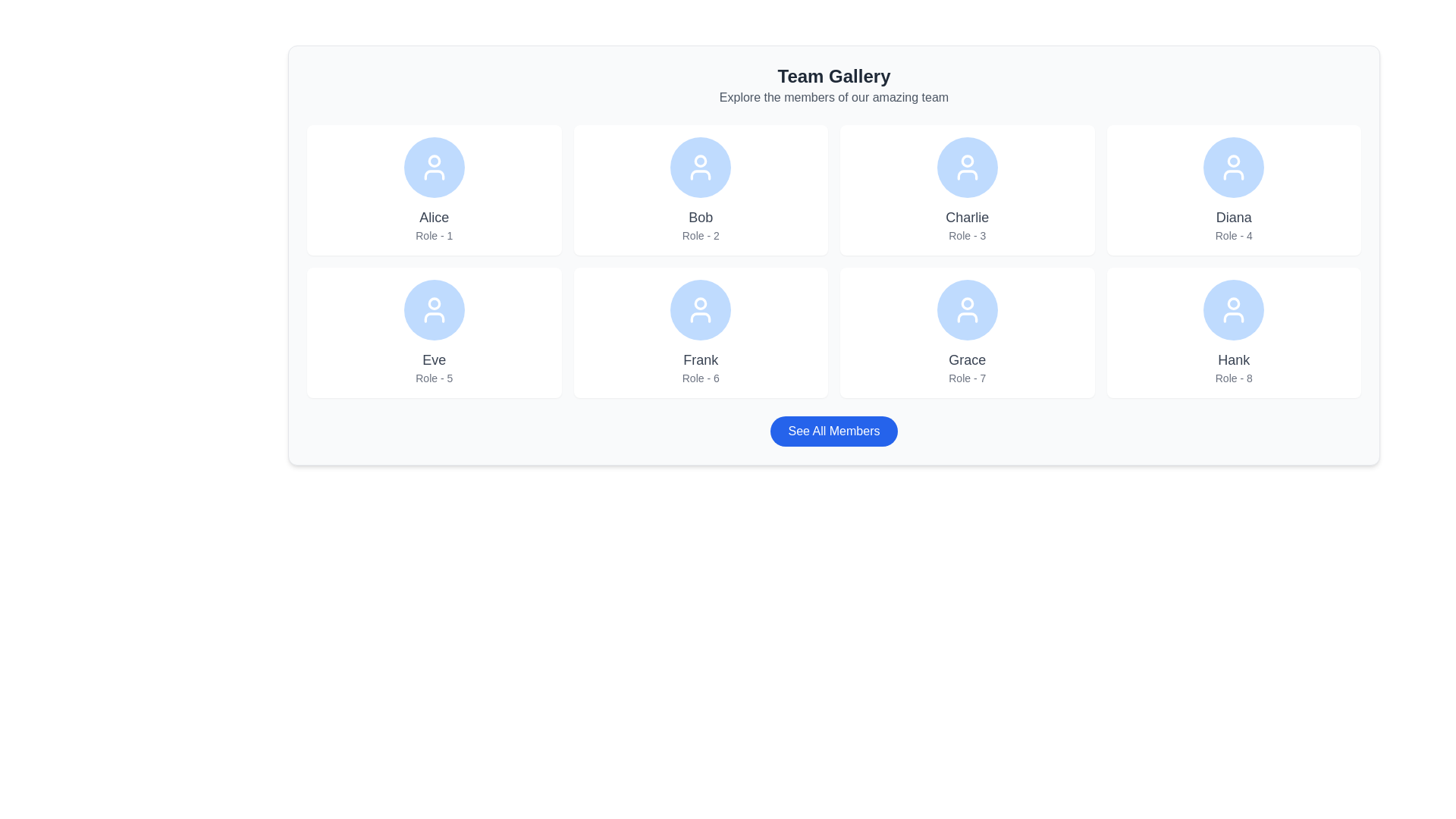 This screenshot has height=819, width=1456. What do you see at coordinates (1234, 189) in the screenshot?
I see `the team member card located in the upper-right section of the grid layout, positioned in the first row, fourth column, adjacent to the card labeled 'Charlie' and above the card labeled 'Hank'` at bounding box center [1234, 189].